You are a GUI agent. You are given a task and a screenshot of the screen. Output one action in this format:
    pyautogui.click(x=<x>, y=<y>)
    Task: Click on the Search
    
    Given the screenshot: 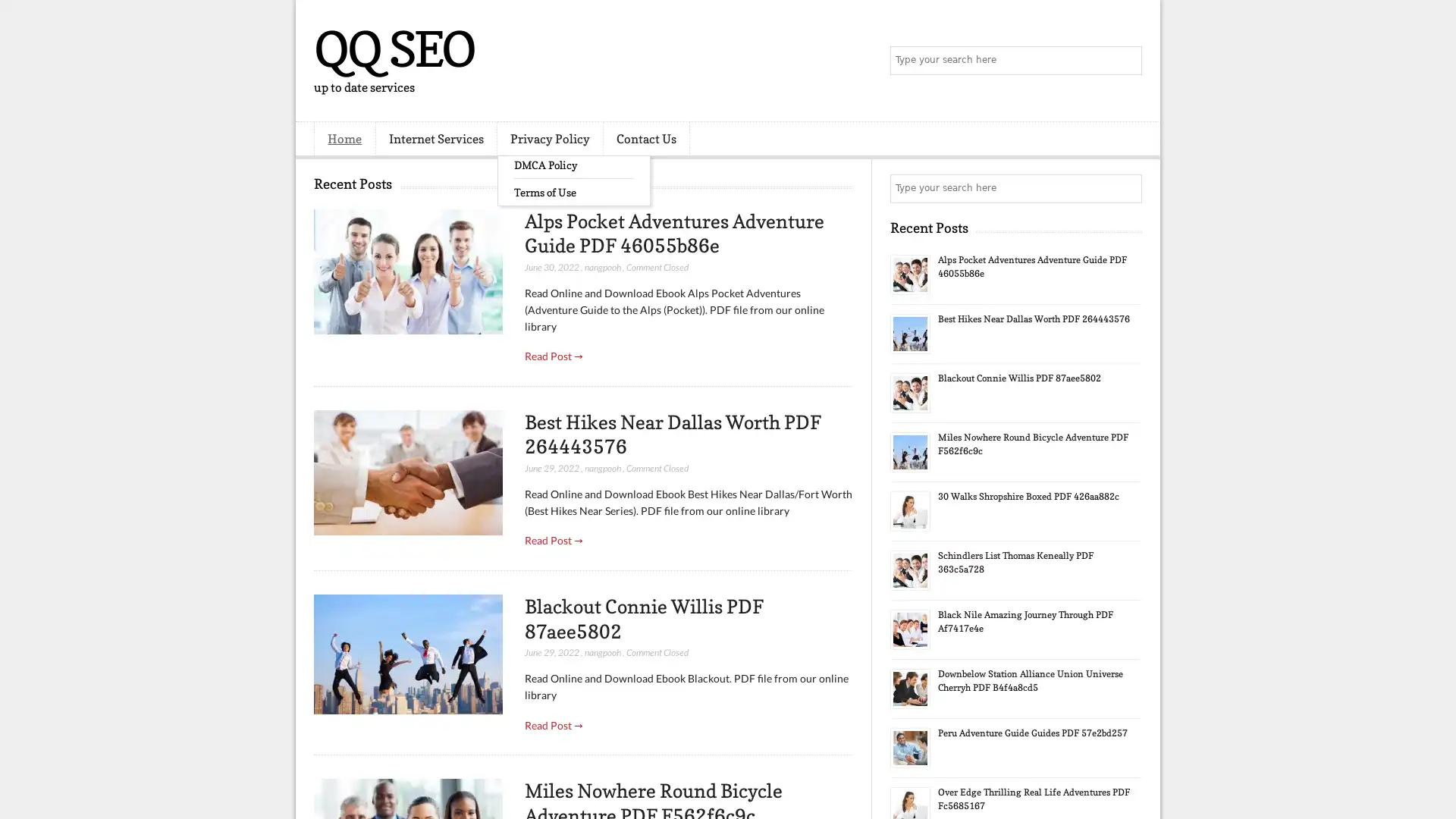 What is the action you would take?
    pyautogui.click(x=1126, y=188)
    